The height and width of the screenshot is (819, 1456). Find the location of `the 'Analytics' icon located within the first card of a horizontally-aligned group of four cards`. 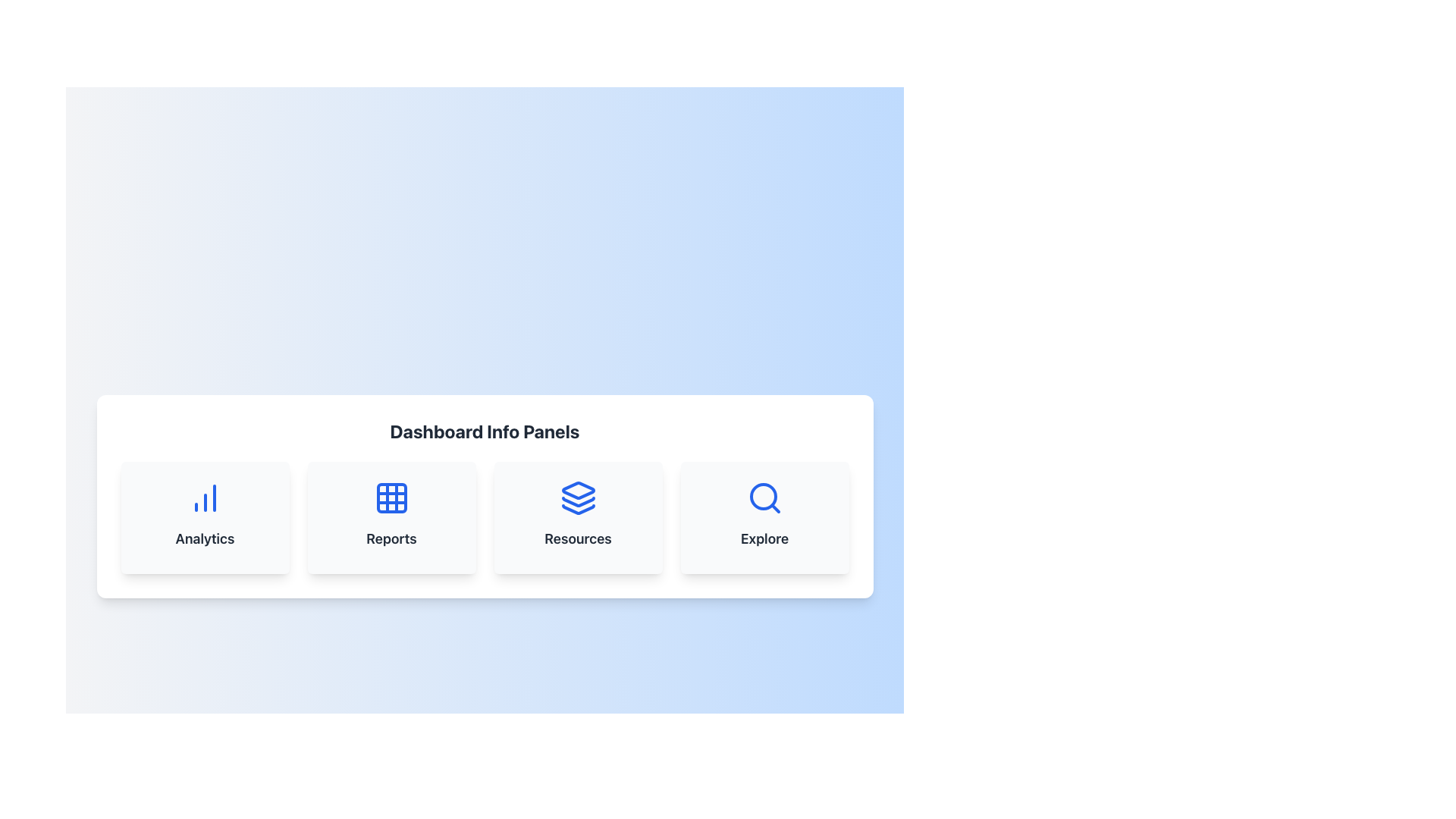

the 'Analytics' icon located within the first card of a horizontally-aligned group of four cards is located at coordinates (204, 497).